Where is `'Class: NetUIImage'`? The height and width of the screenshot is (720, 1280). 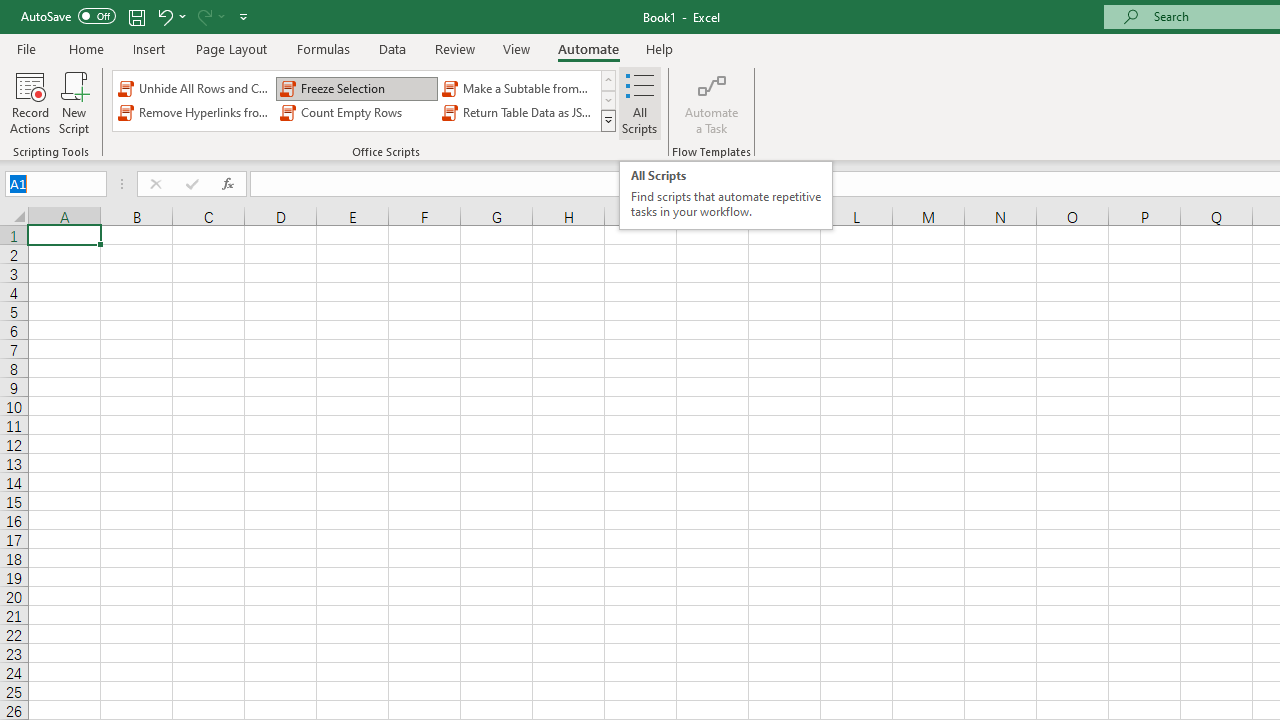 'Class: NetUIImage' is located at coordinates (608, 120).